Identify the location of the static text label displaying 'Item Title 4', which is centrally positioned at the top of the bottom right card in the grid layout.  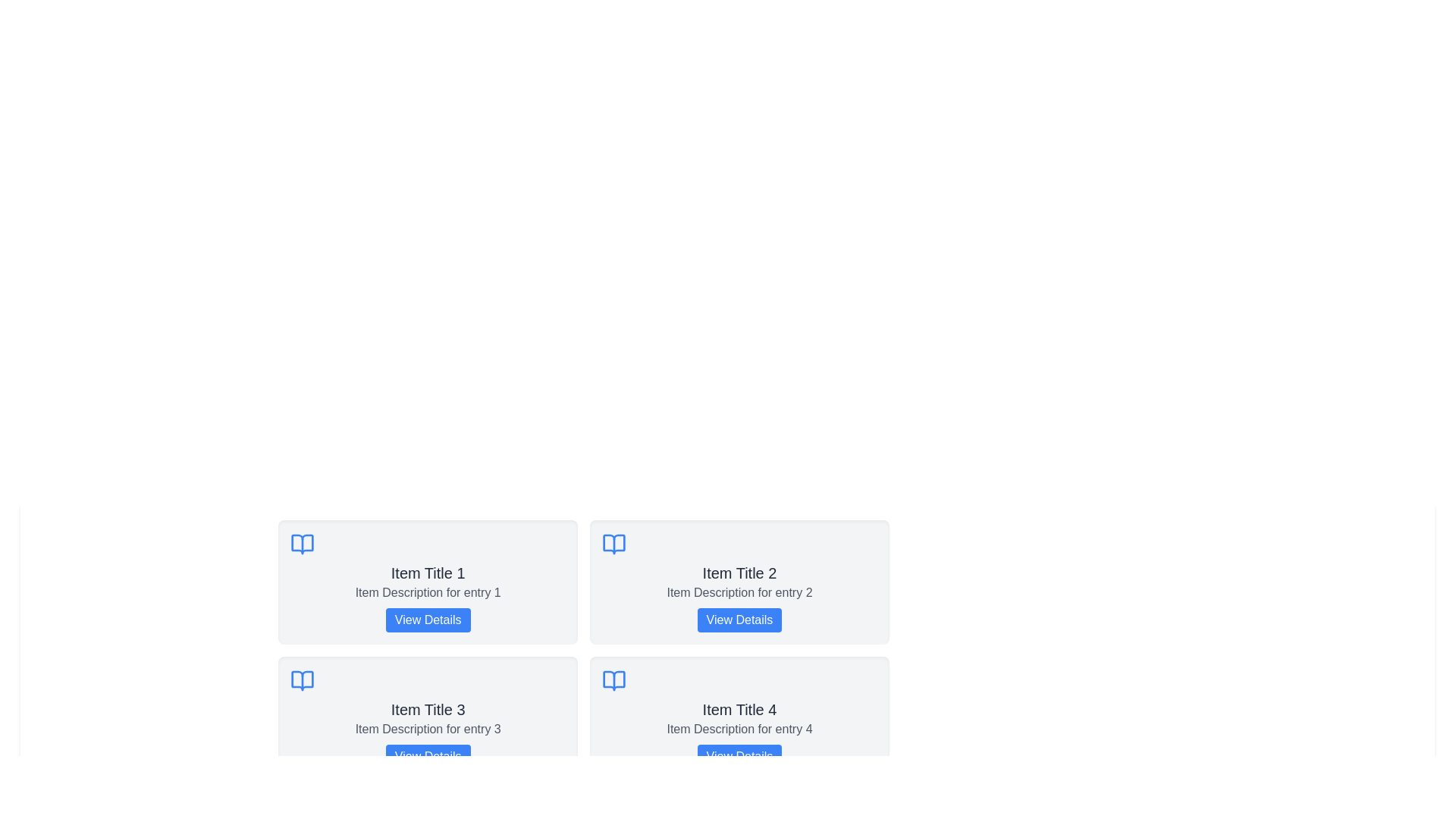
(739, 710).